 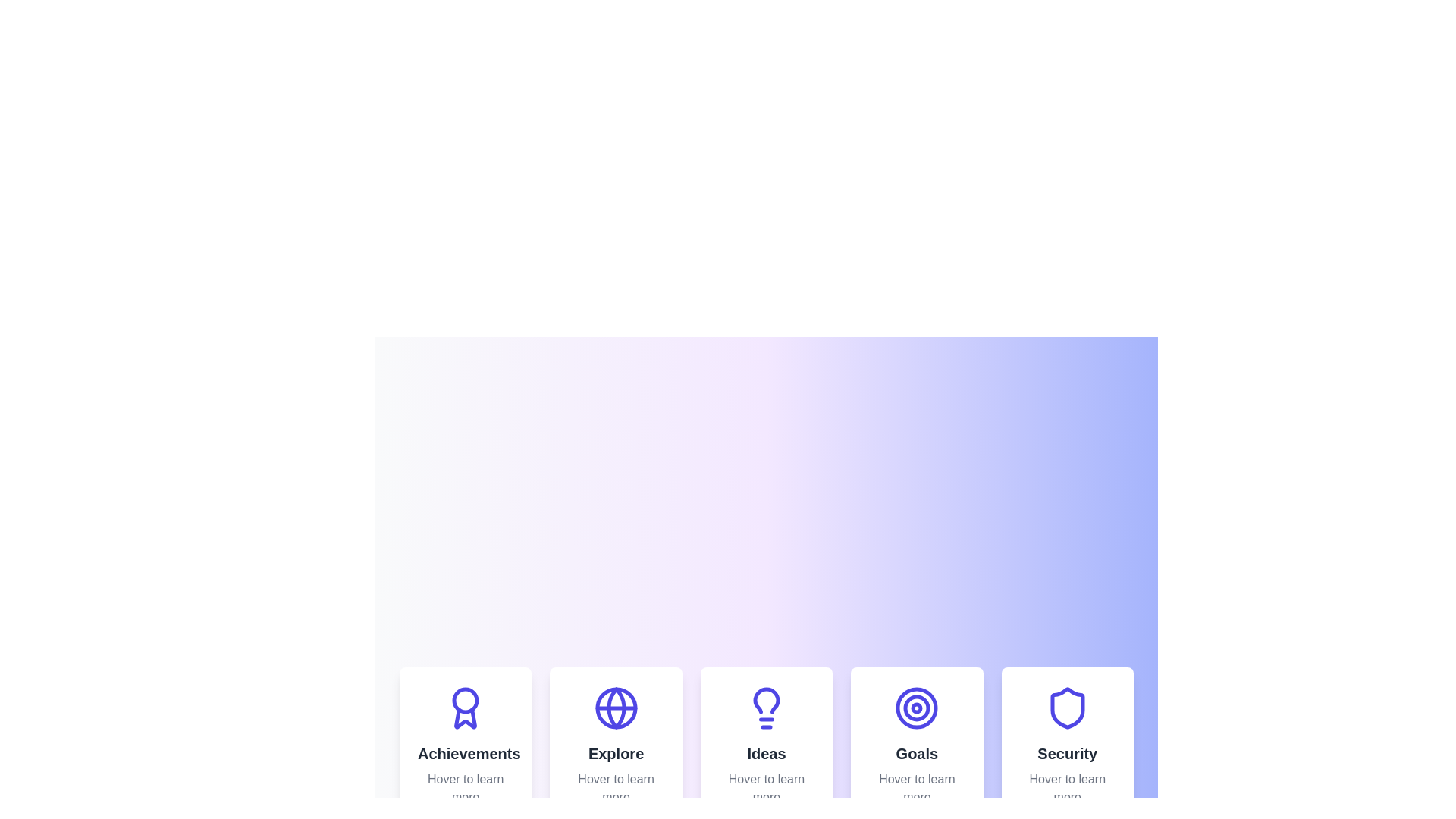 I want to click on the visual representation of the 'Goals' card icon located at the uppermost part of the card in the bottom middle of the interface, so click(x=916, y=708).